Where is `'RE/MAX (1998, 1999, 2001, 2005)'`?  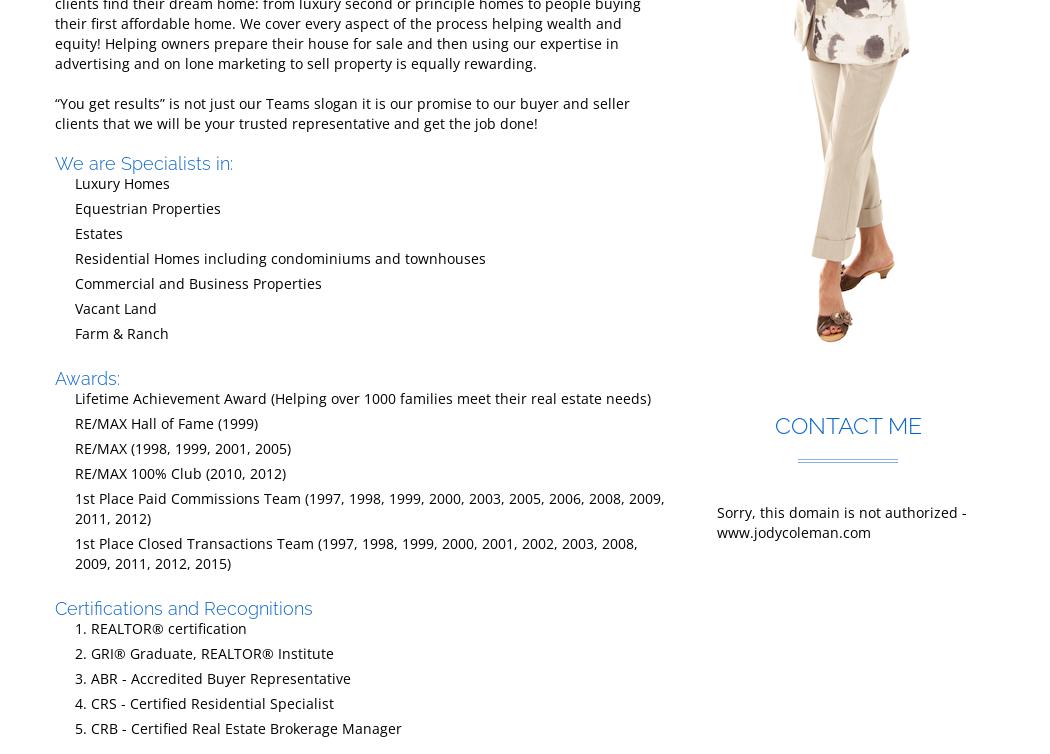
'RE/MAX (1998, 1999, 2001, 2005)' is located at coordinates (183, 447).